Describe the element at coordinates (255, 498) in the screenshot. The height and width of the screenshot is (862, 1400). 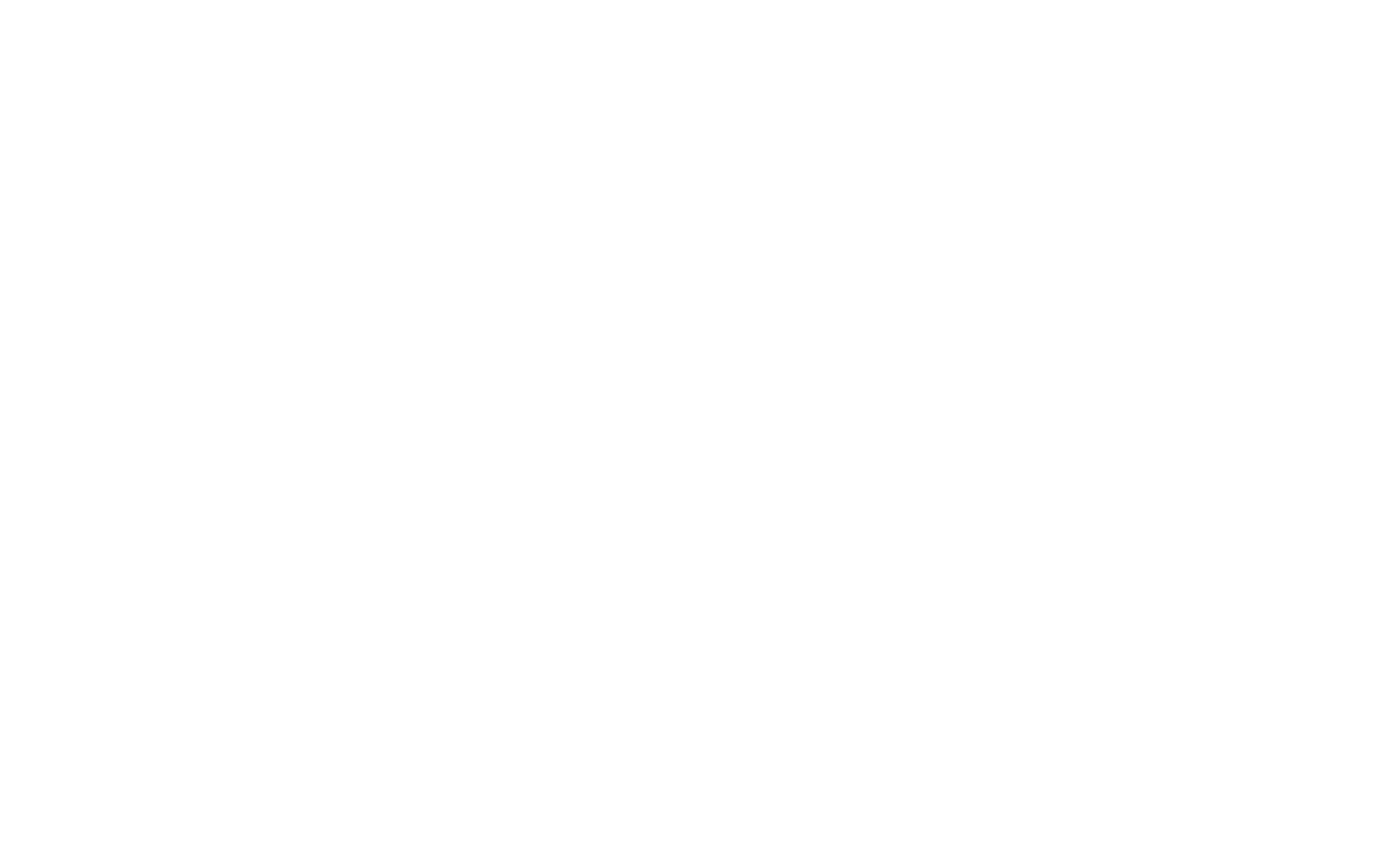
I see `'Newsletter'` at that location.